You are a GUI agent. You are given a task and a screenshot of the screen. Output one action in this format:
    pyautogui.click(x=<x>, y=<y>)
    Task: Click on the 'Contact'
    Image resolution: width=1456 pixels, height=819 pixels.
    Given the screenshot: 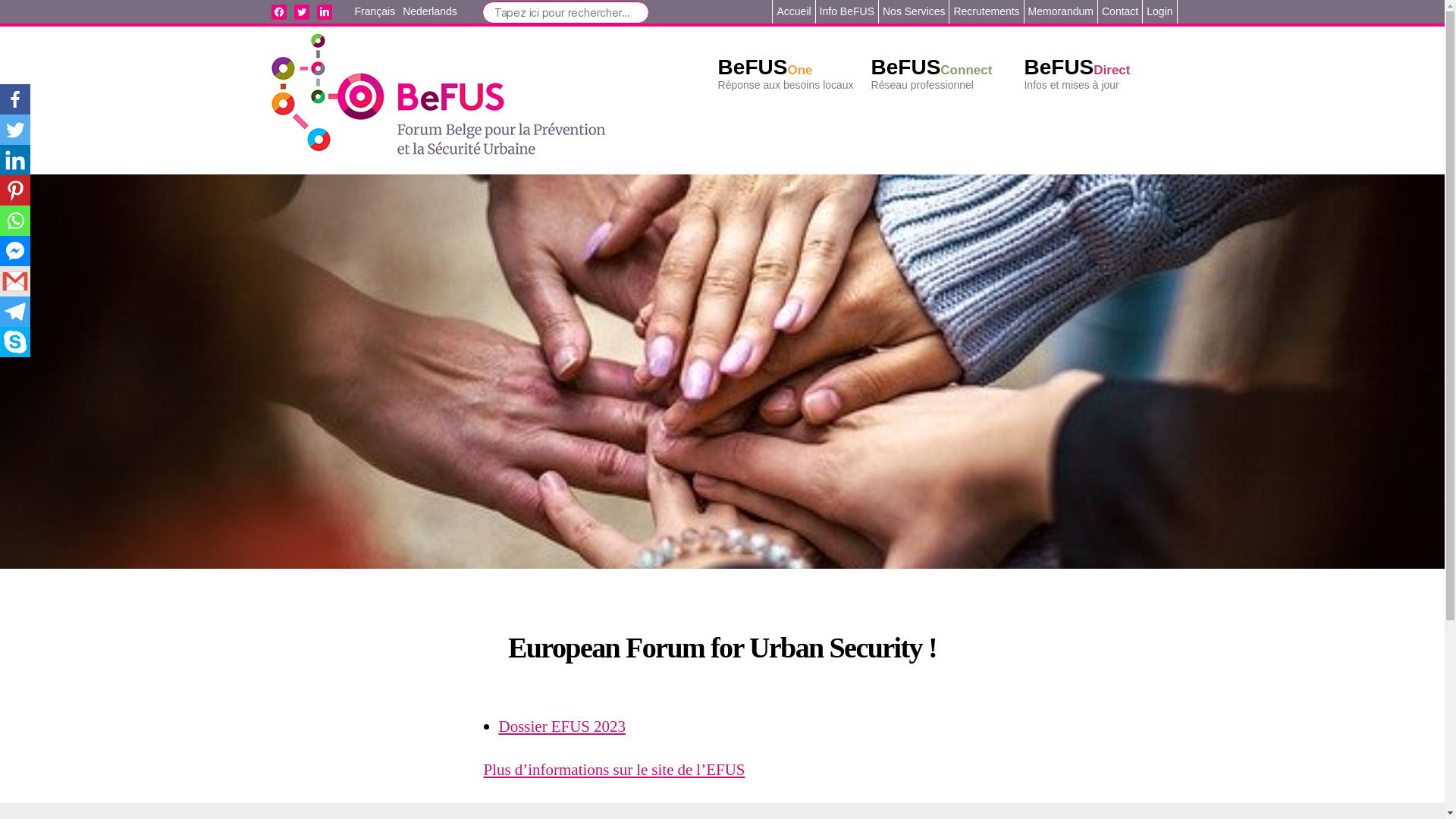 What is the action you would take?
    pyautogui.click(x=1102, y=11)
    